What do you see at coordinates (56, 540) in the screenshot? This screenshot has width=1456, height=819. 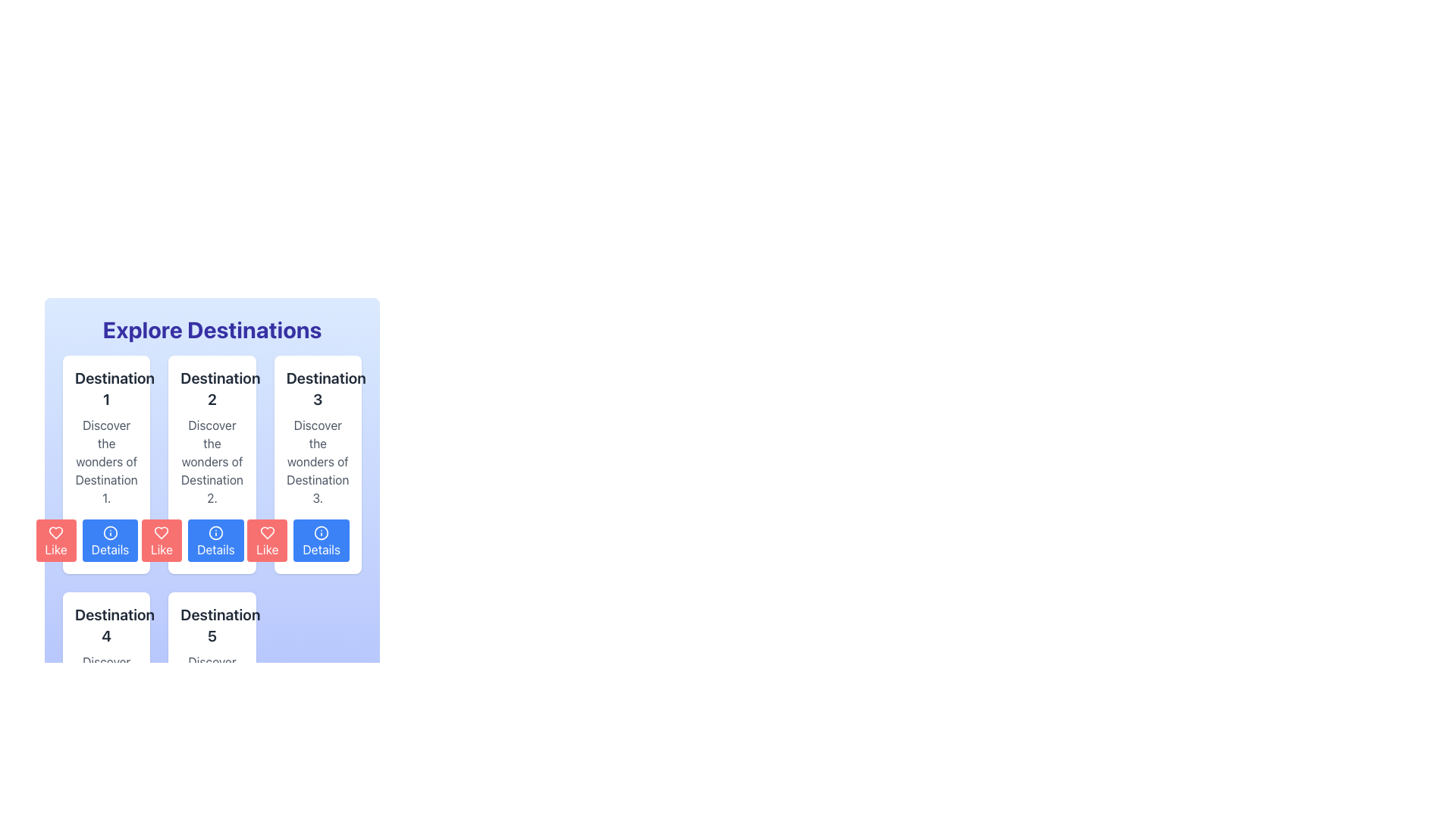 I see `the first button in the horizontal layout under the 'Destination 1' section` at bounding box center [56, 540].